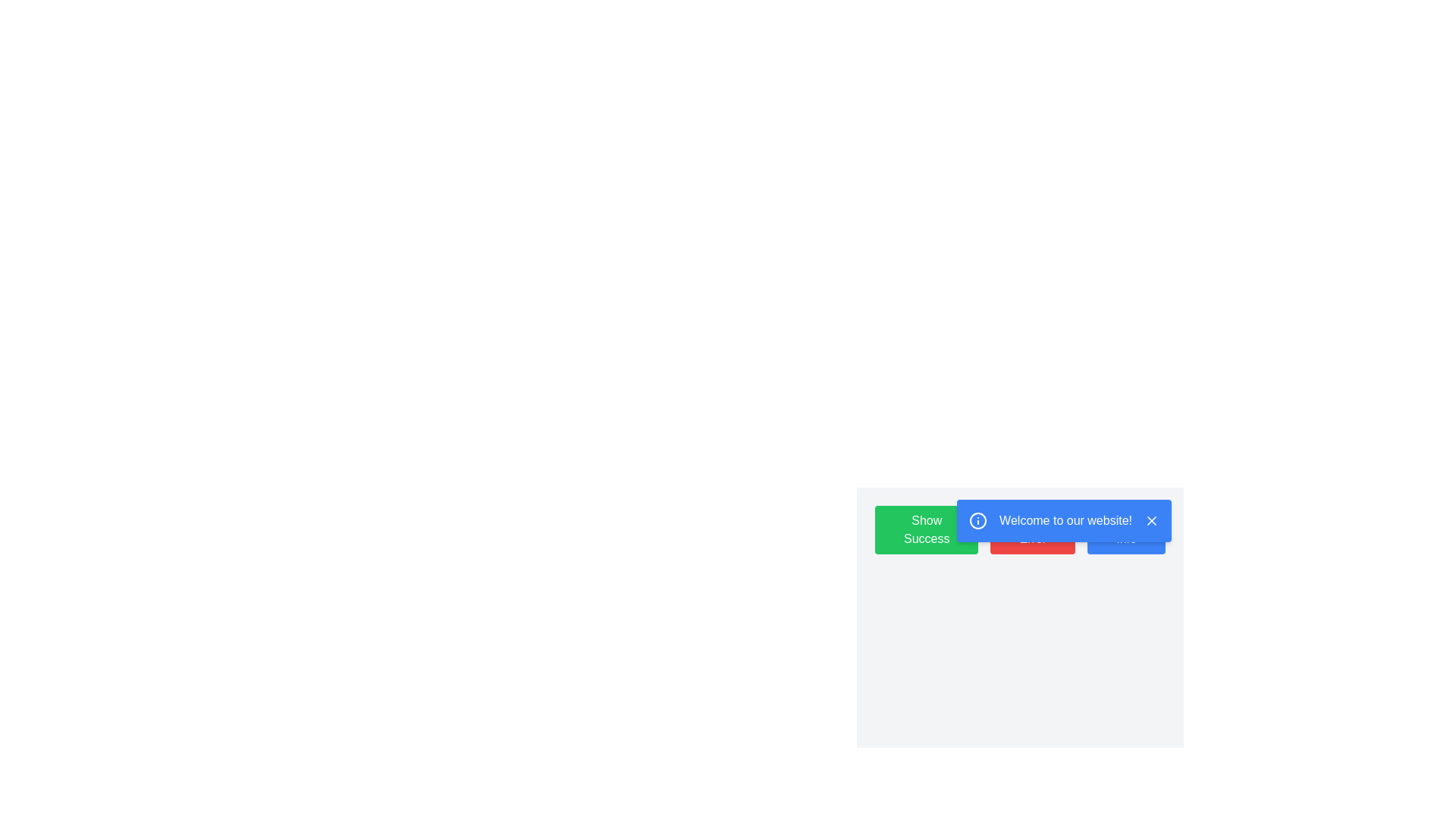  I want to click on the 'Close' button located at the bottom-right of the notification banner, so click(1151, 519).